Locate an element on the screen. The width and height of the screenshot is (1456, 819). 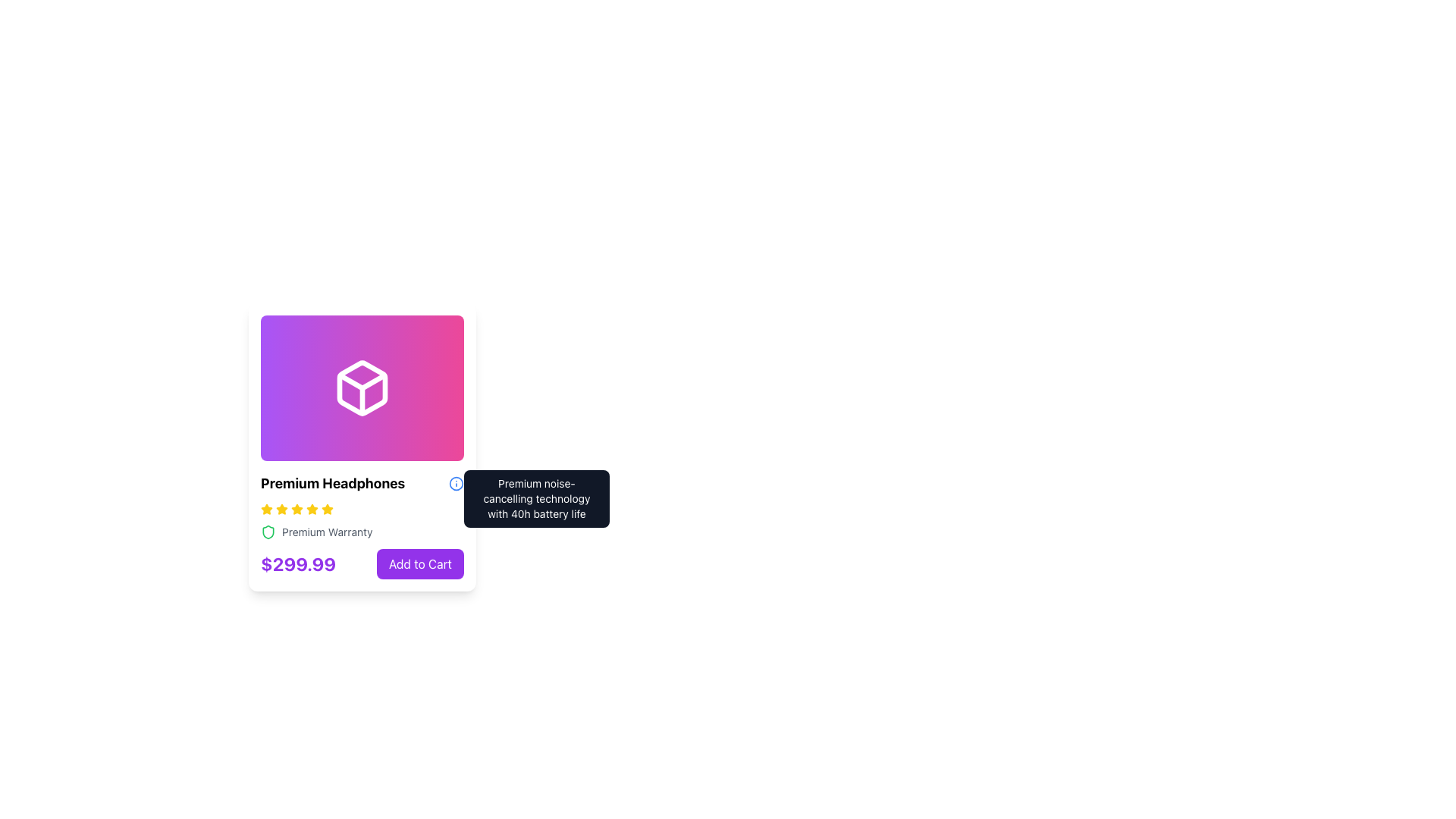
the informational text element labeled 'Premium Warranty' that features a green shield icon, located below the product title 'Premium Headphones' and above the price section is located at coordinates (362, 532).